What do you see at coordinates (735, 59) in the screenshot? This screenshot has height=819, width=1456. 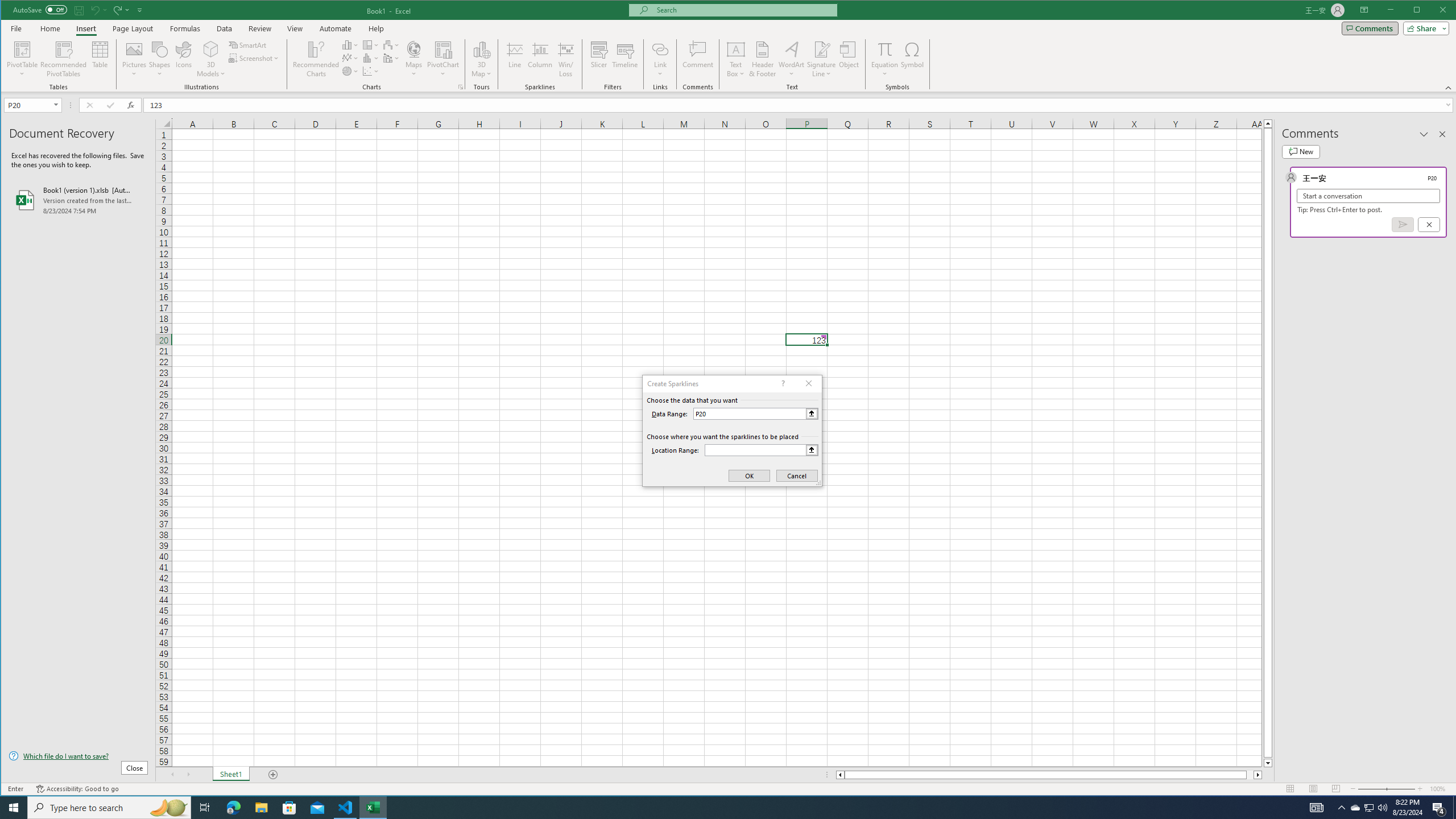 I see `'Text Box'` at bounding box center [735, 59].